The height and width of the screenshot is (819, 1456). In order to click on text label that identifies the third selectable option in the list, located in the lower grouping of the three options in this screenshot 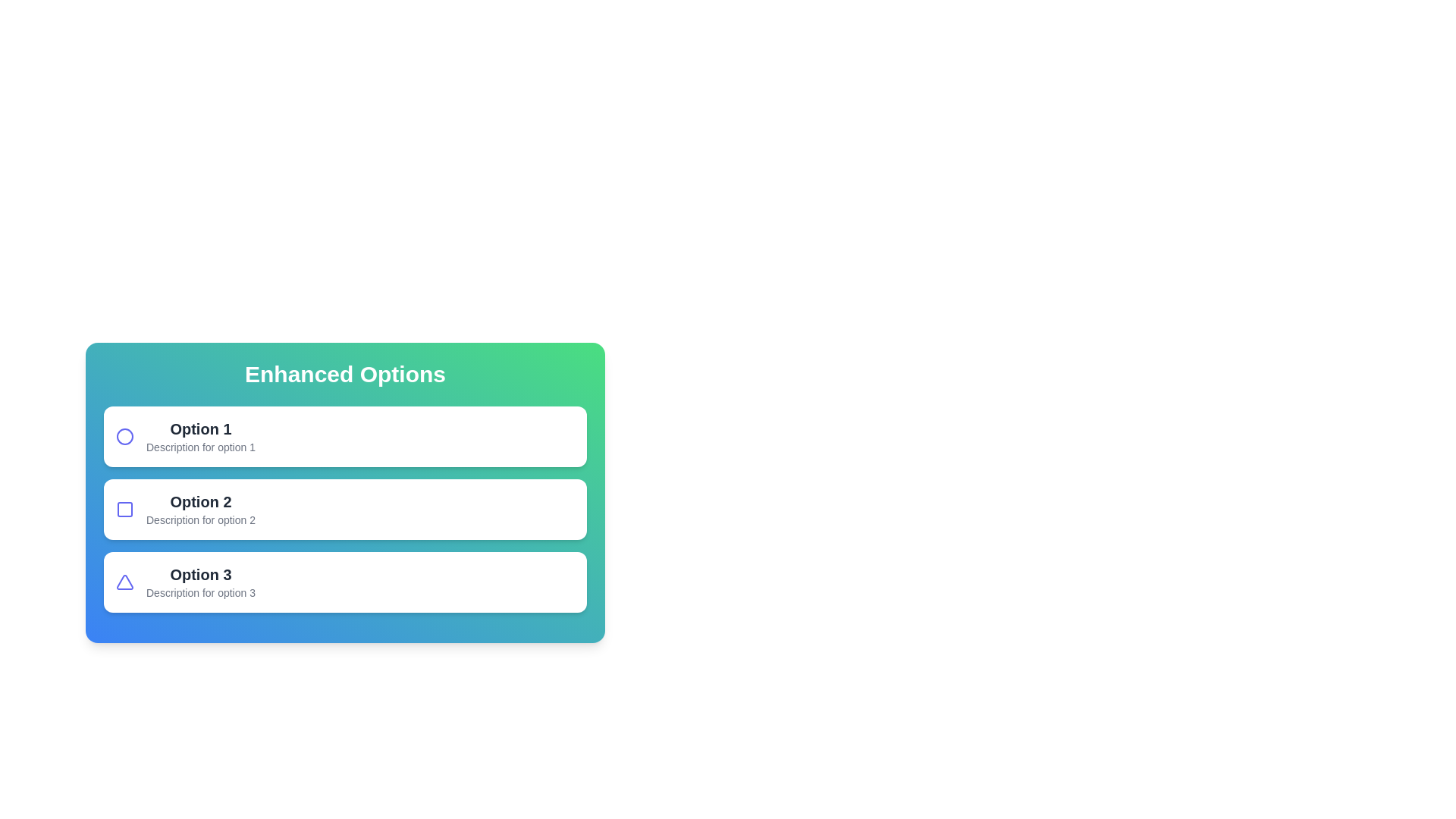, I will do `click(199, 575)`.